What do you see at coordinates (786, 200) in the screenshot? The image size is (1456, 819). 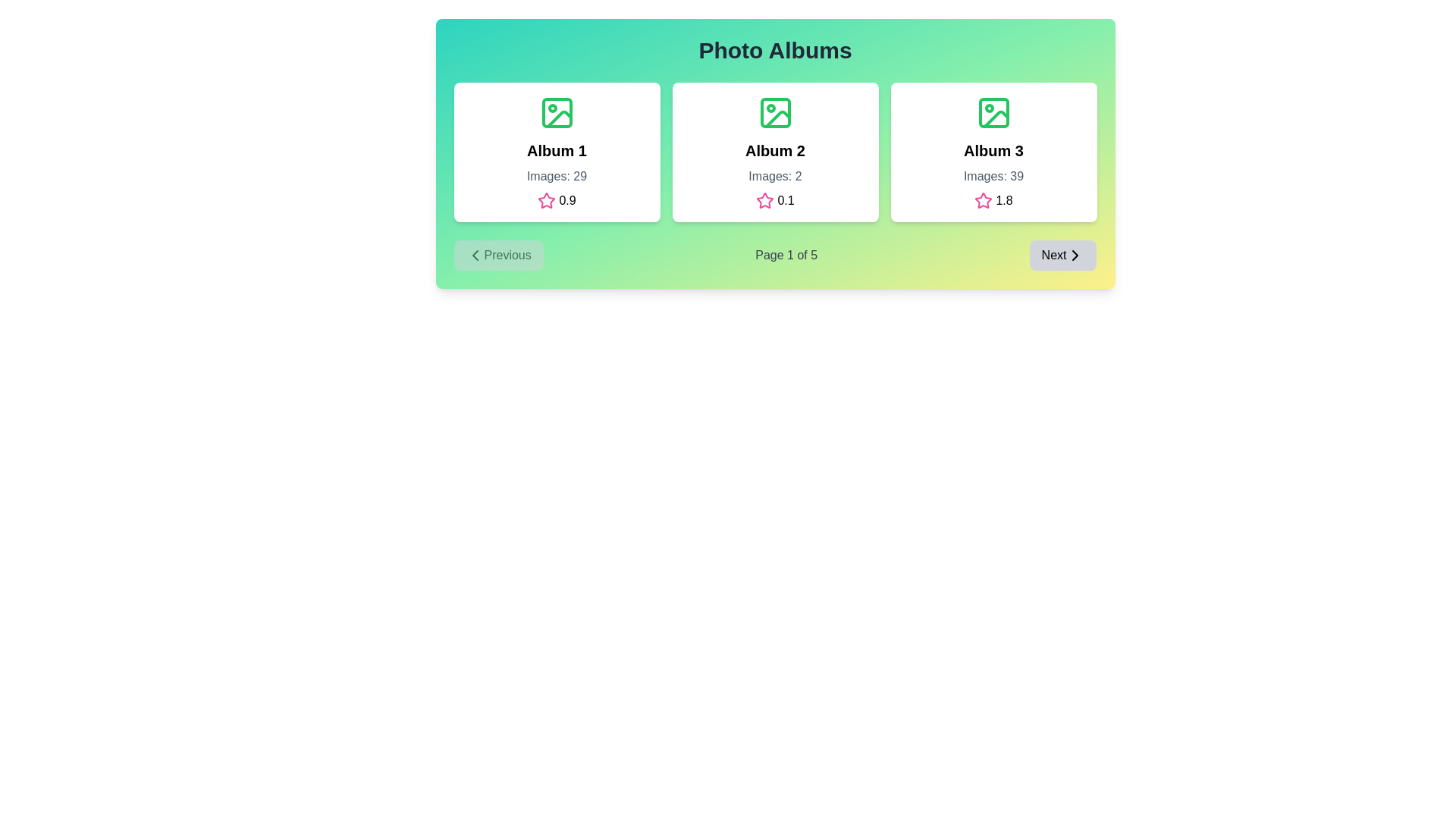 I see `the text label displaying the number '0.1', which is located below the 'Album 2' card and adjacent to a pink-outlined star icon in the rating system` at bounding box center [786, 200].